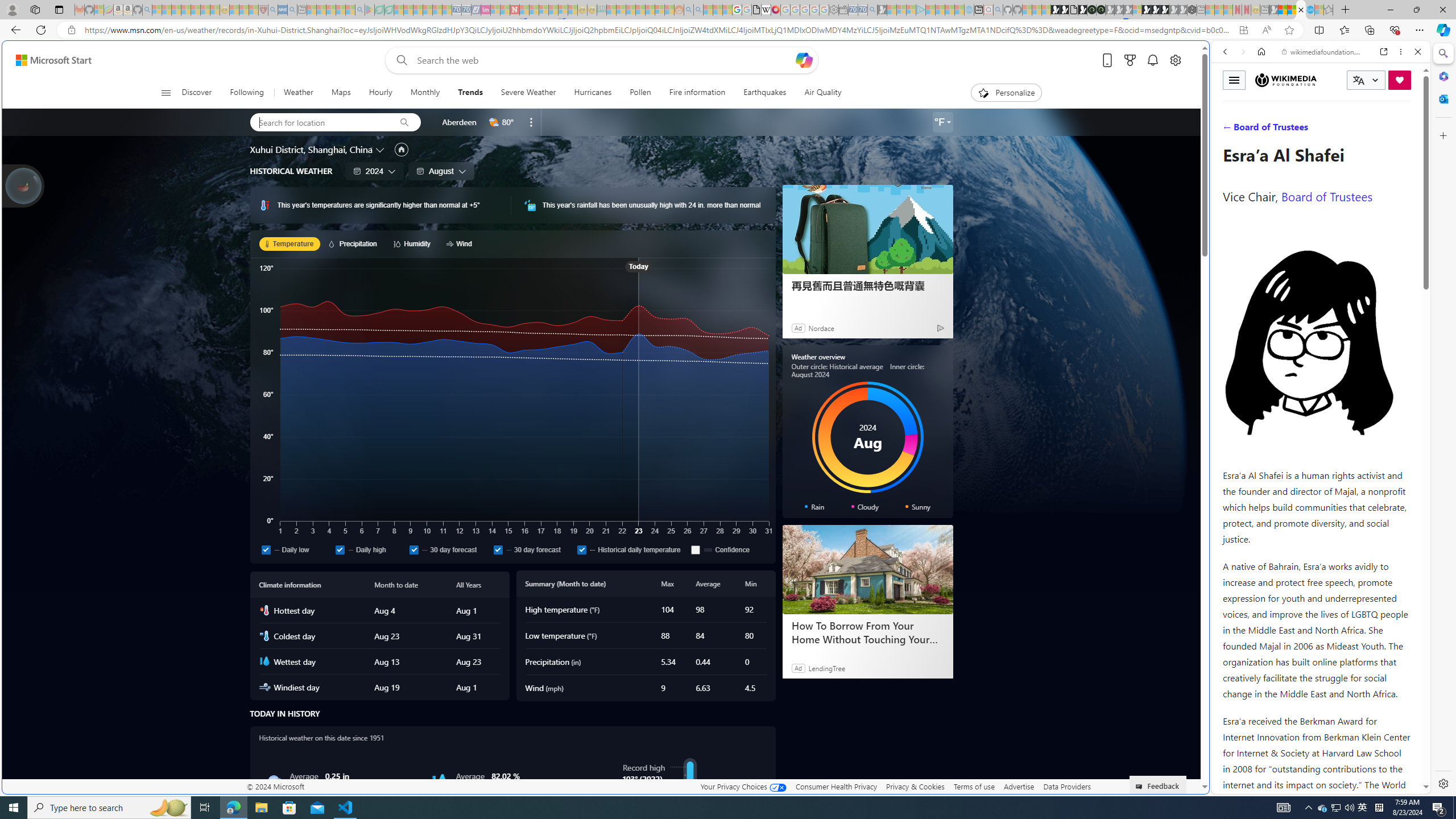 This screenshot has width=1456, height=819. What do you see at coordinates (591, 92) in the screenshot?
I see `'Hurricanes'` at bounding box center [591, 92].